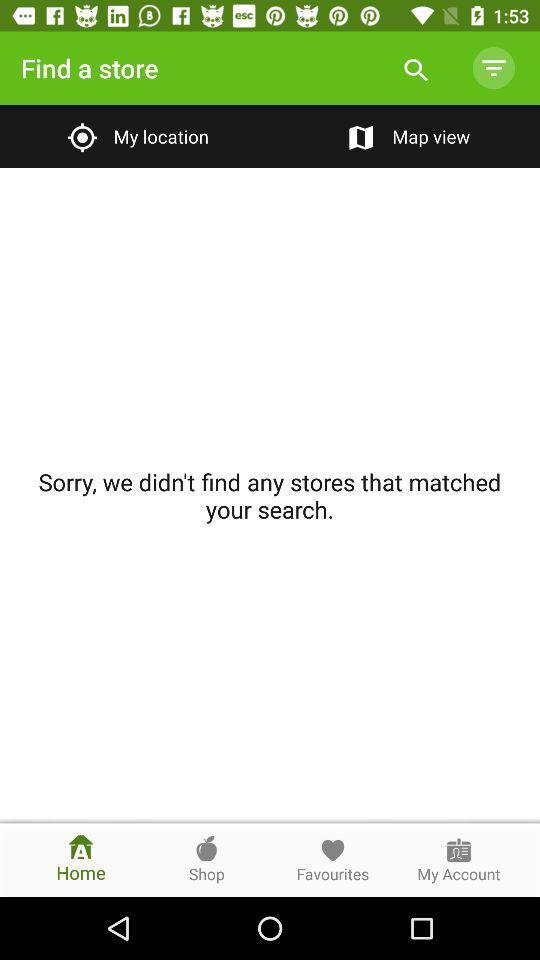 The height and width of the screenshot is (960, 540). I want to click on item next to my location item, so click(405, 135).